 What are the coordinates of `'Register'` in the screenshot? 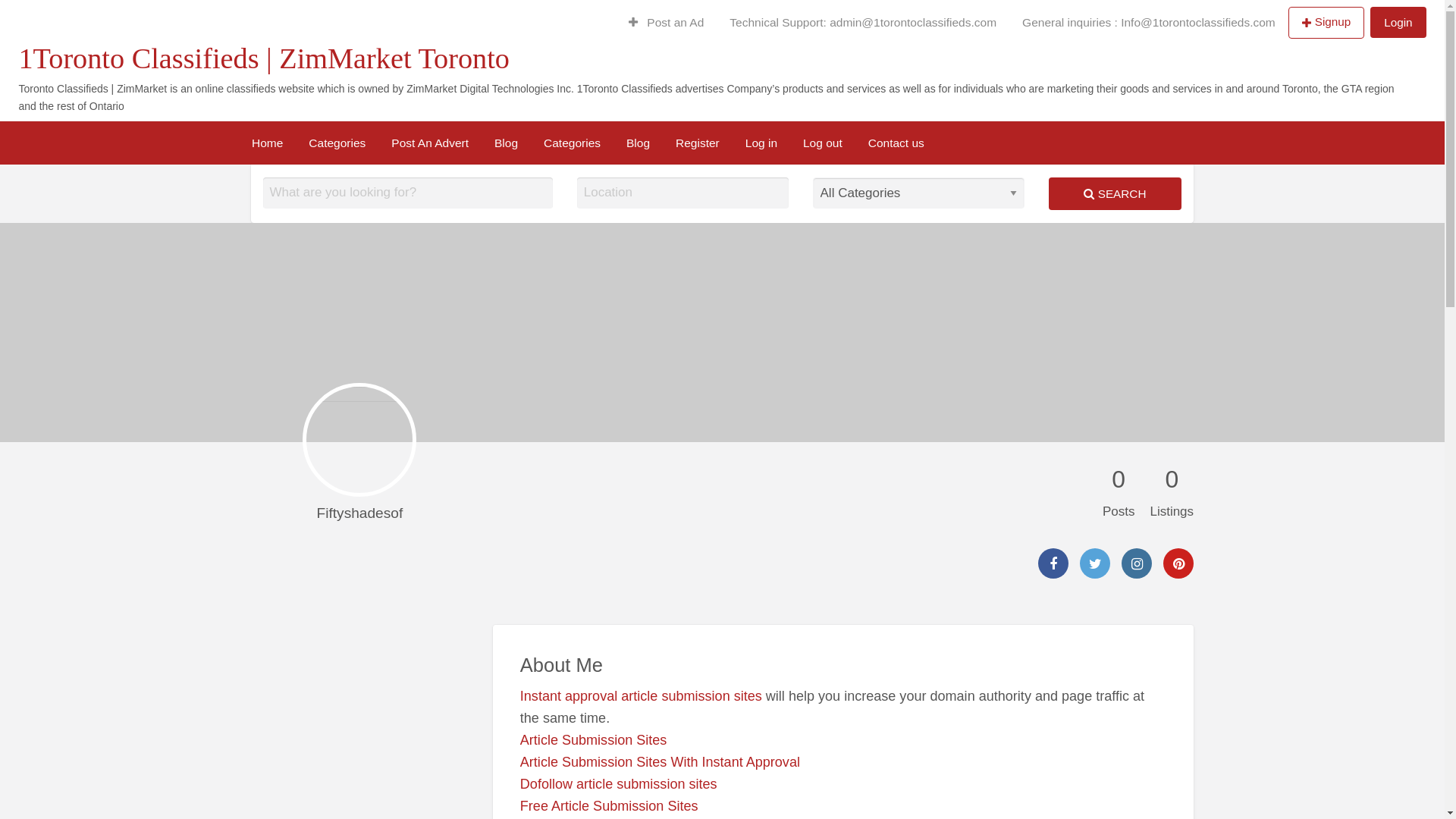 It's located at (697, 143).